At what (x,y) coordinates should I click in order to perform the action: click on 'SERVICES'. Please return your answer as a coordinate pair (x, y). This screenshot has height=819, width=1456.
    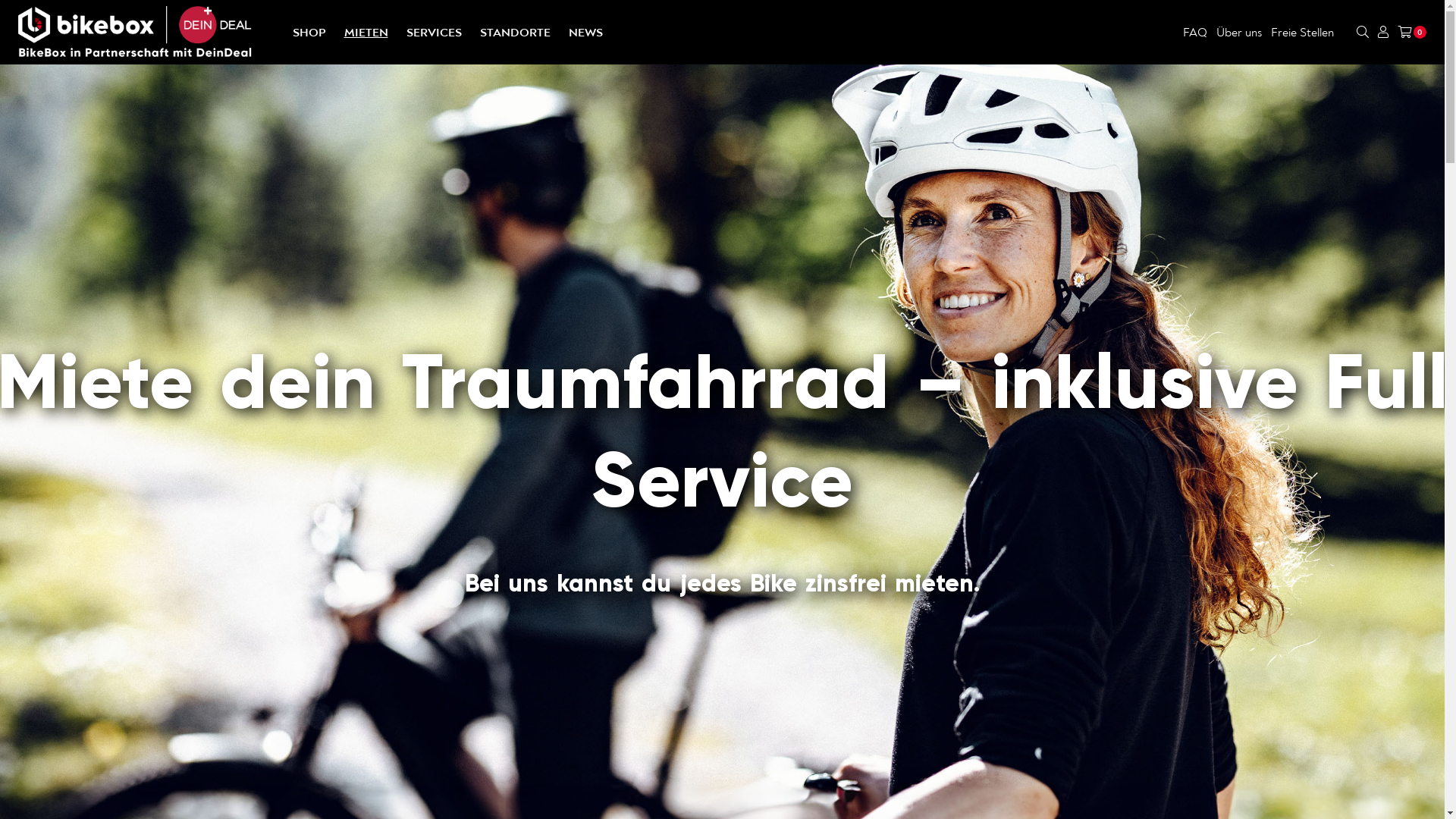
    Looking at the image, I should click on (433, 32).